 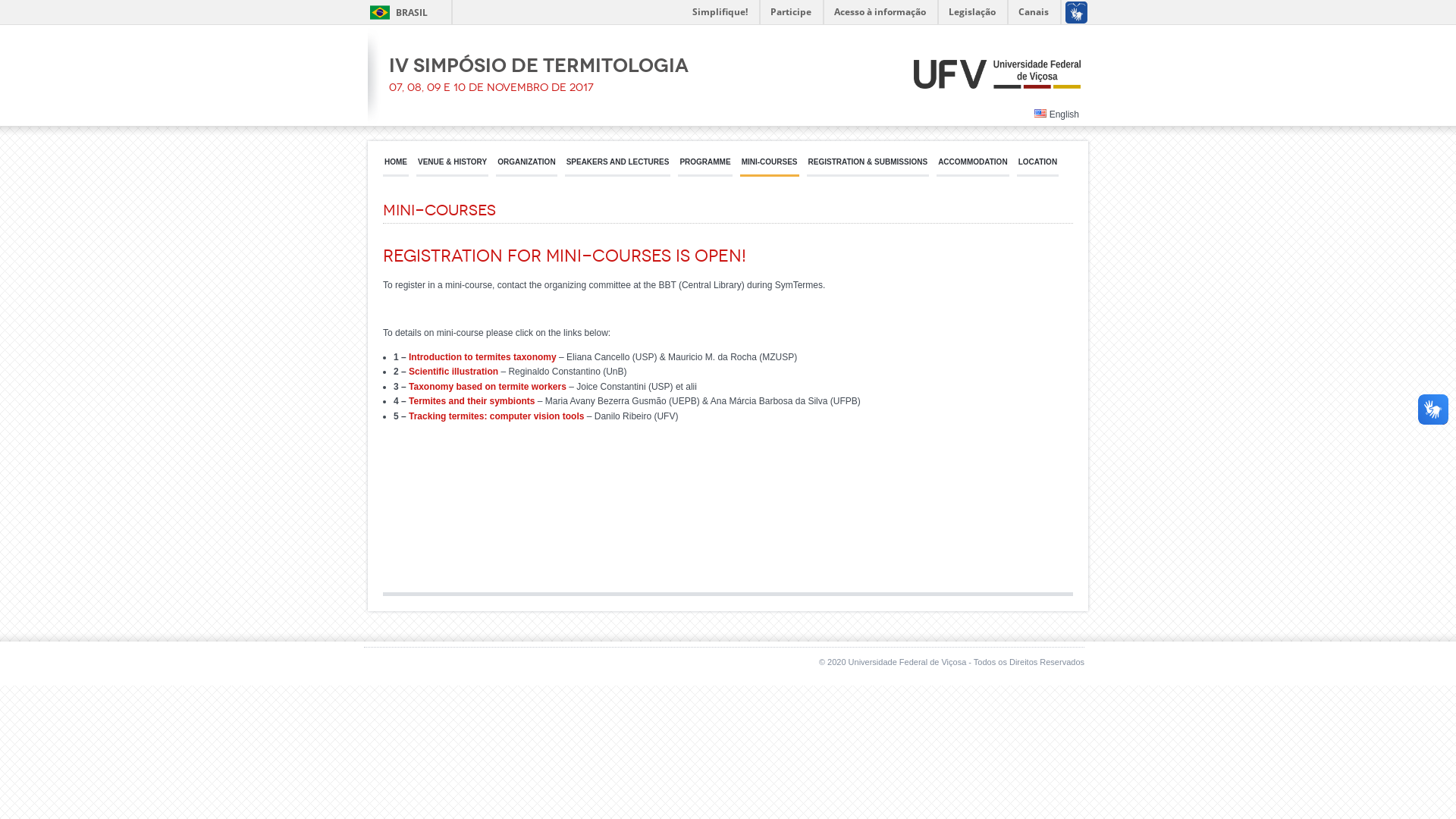 I want to click on 'Tracking termites: computer vision tools', so click(x=496, y=416).